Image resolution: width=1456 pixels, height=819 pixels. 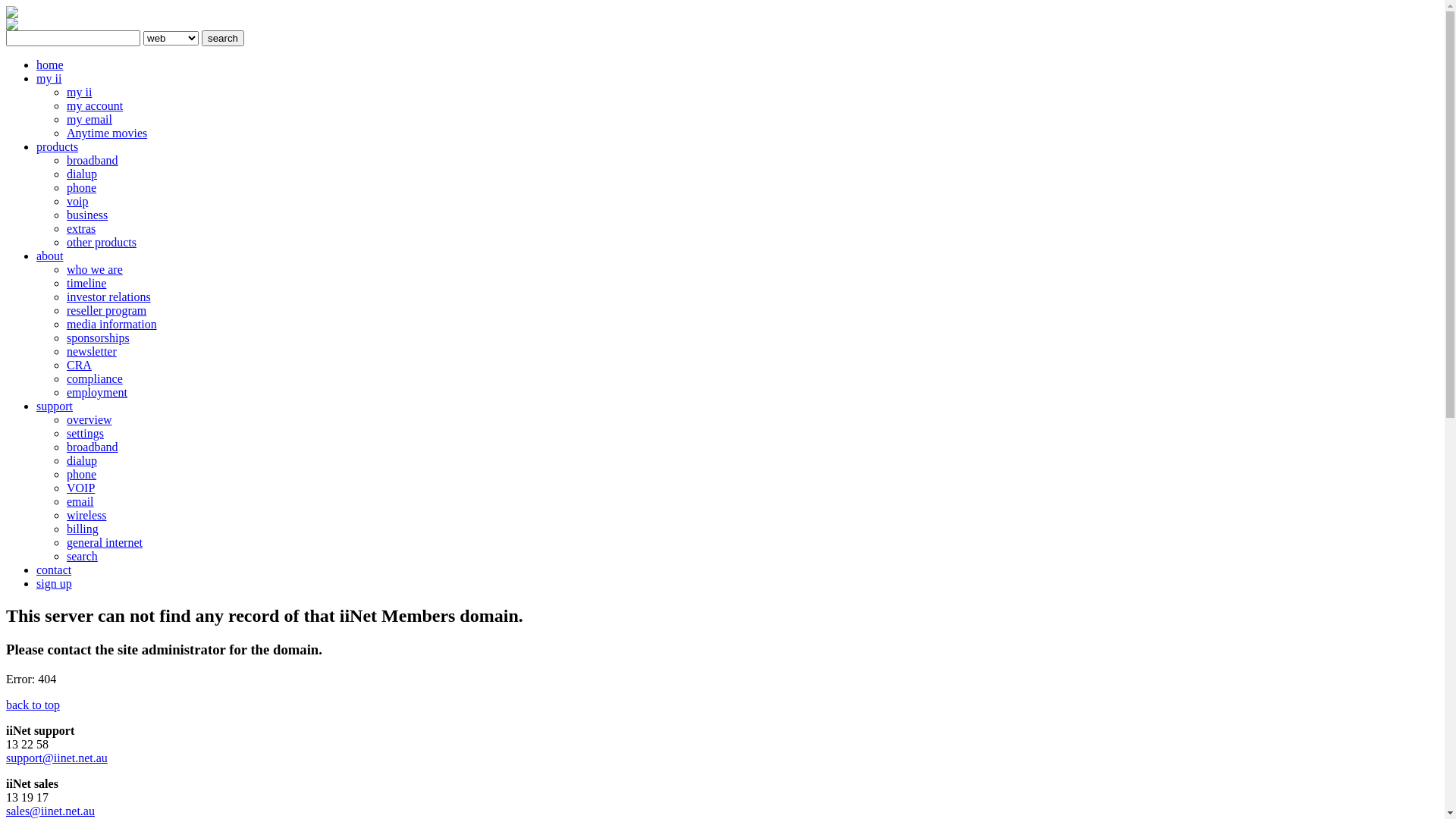 What do you see at coordinates (82, 528) in the screenshot?
I see `'billing'` at bounding box center [82, 528].